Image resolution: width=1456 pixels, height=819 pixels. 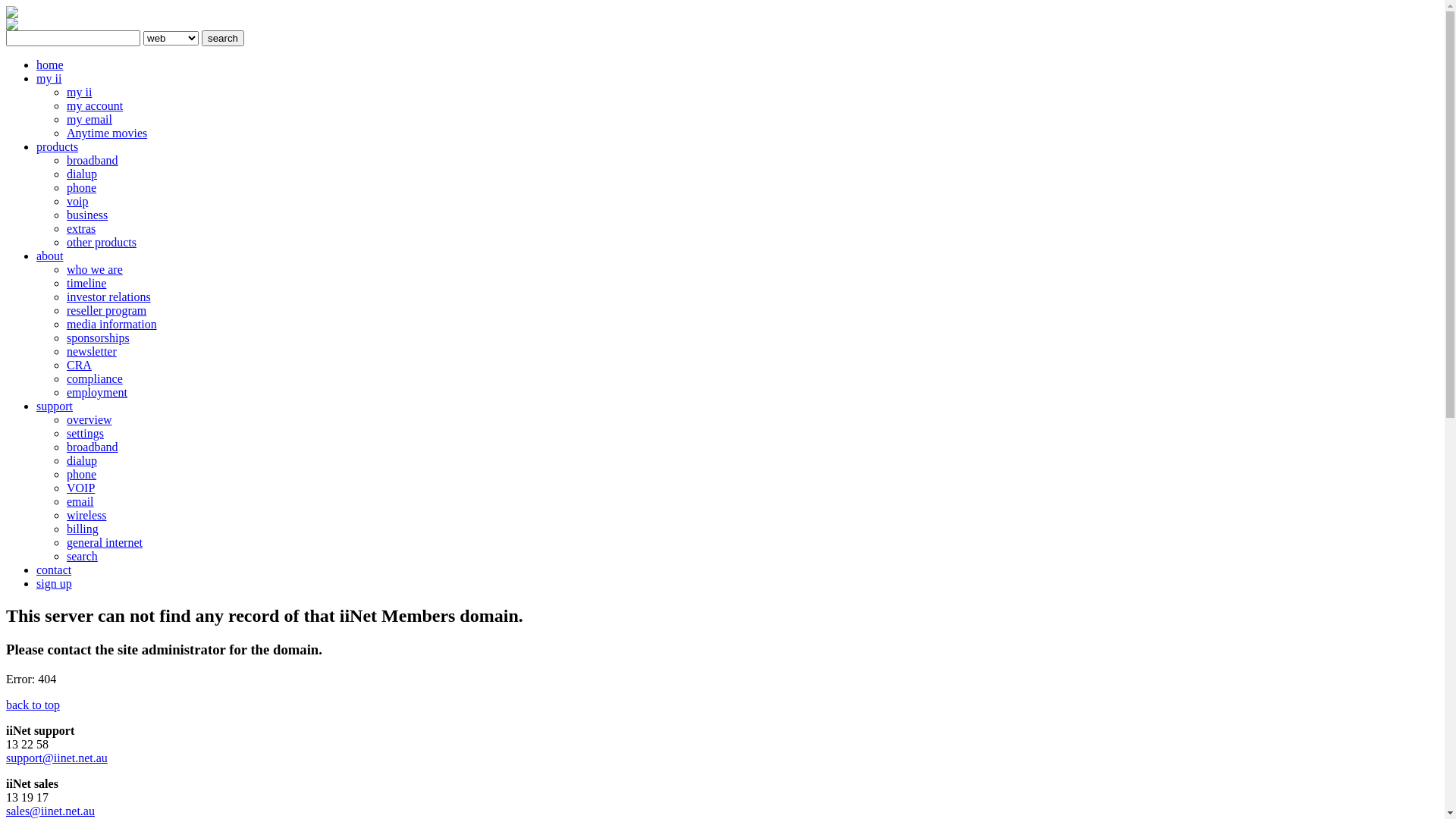 What do you see at coordinates (82, 528) in the screenshot?
I see `'billing'` at bounding box center [82, 528].